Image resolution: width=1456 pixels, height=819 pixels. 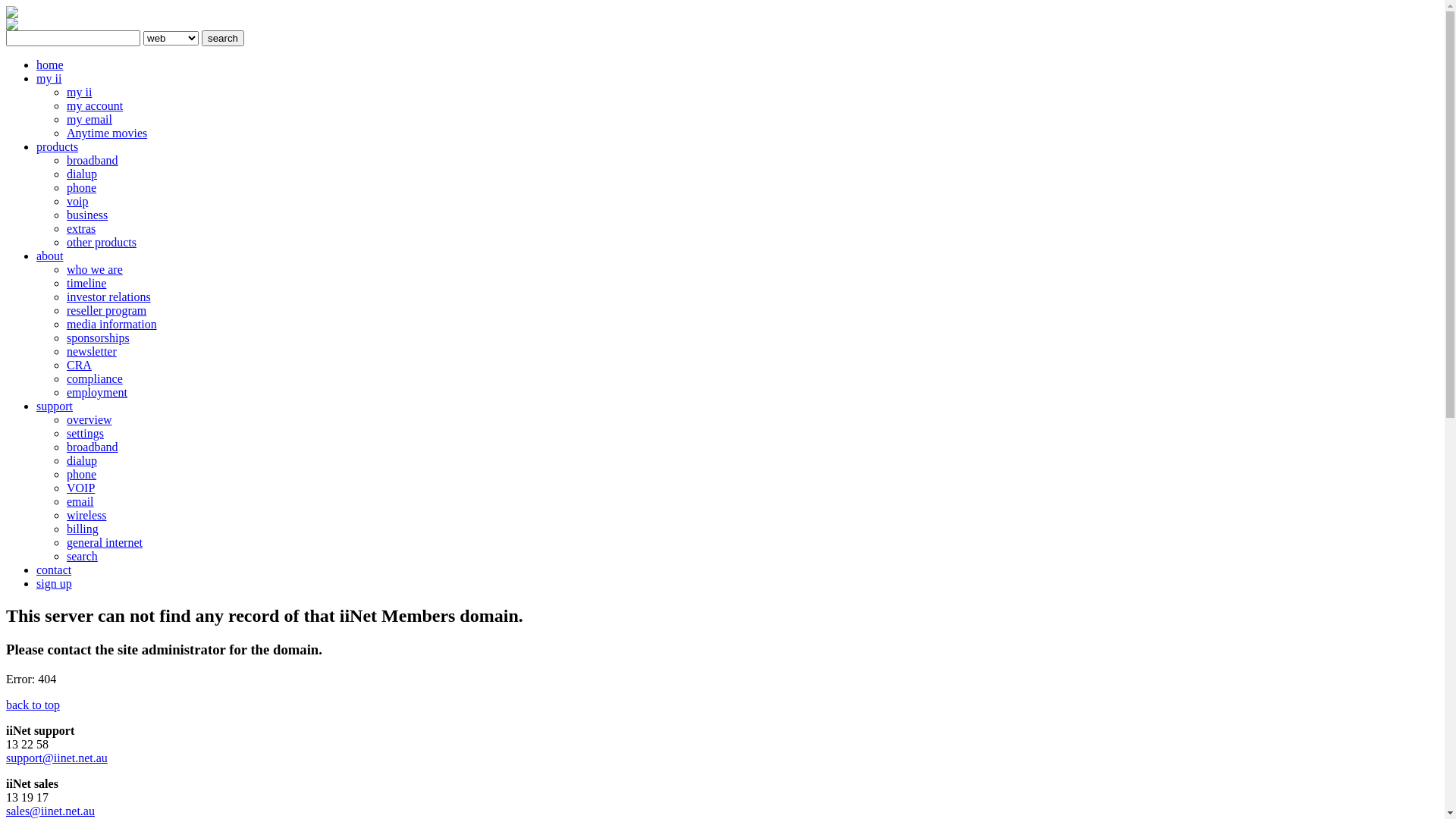 What do you see at coordinates (82, 528) in the screenshot?
I see `'billing'` at bounding box center [82, 528].